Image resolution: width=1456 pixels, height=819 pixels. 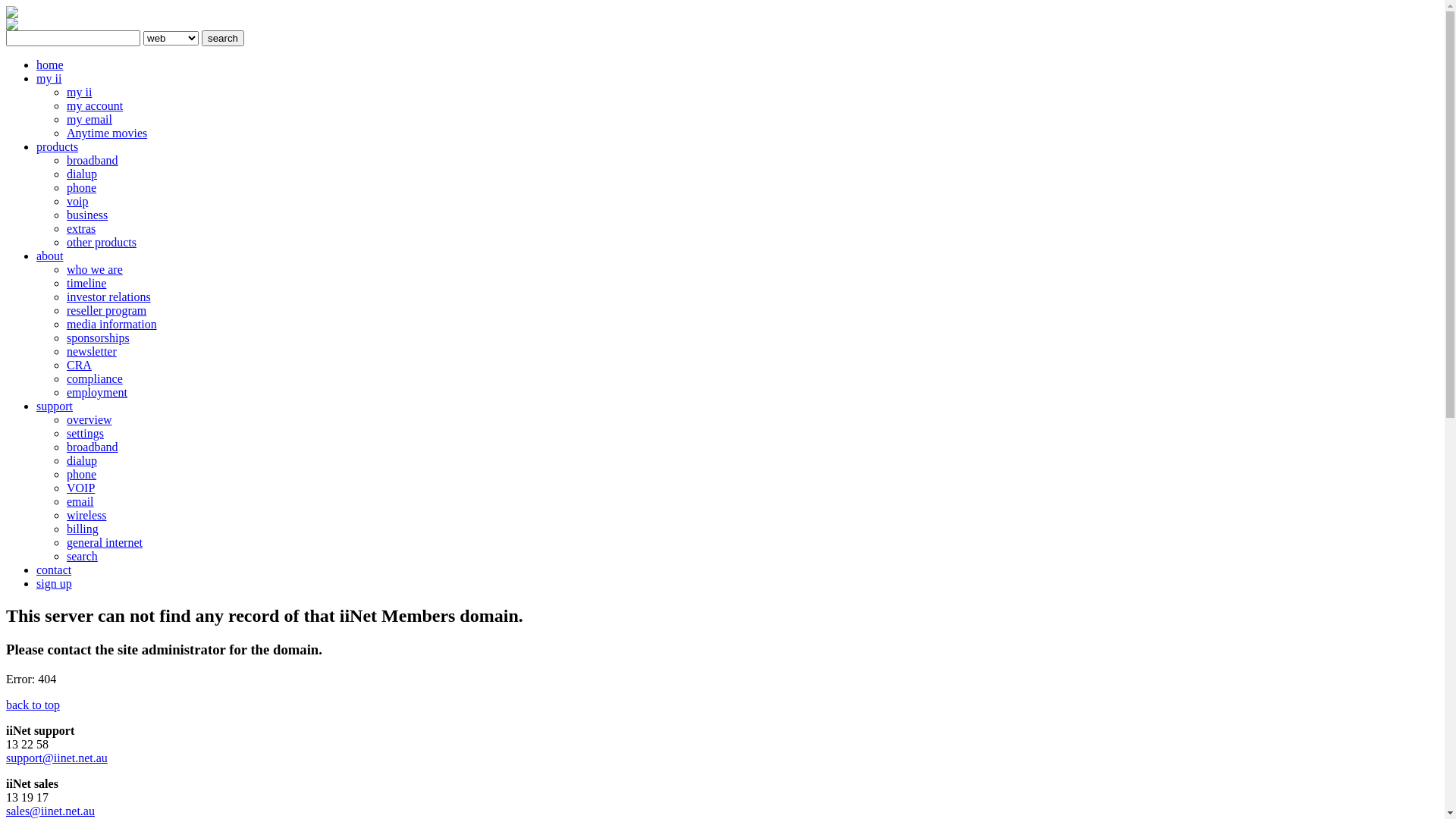 What do you see at coordinates (82, 528) in the screenshot?
I see `'billing'` at bounding box center [82, 528].